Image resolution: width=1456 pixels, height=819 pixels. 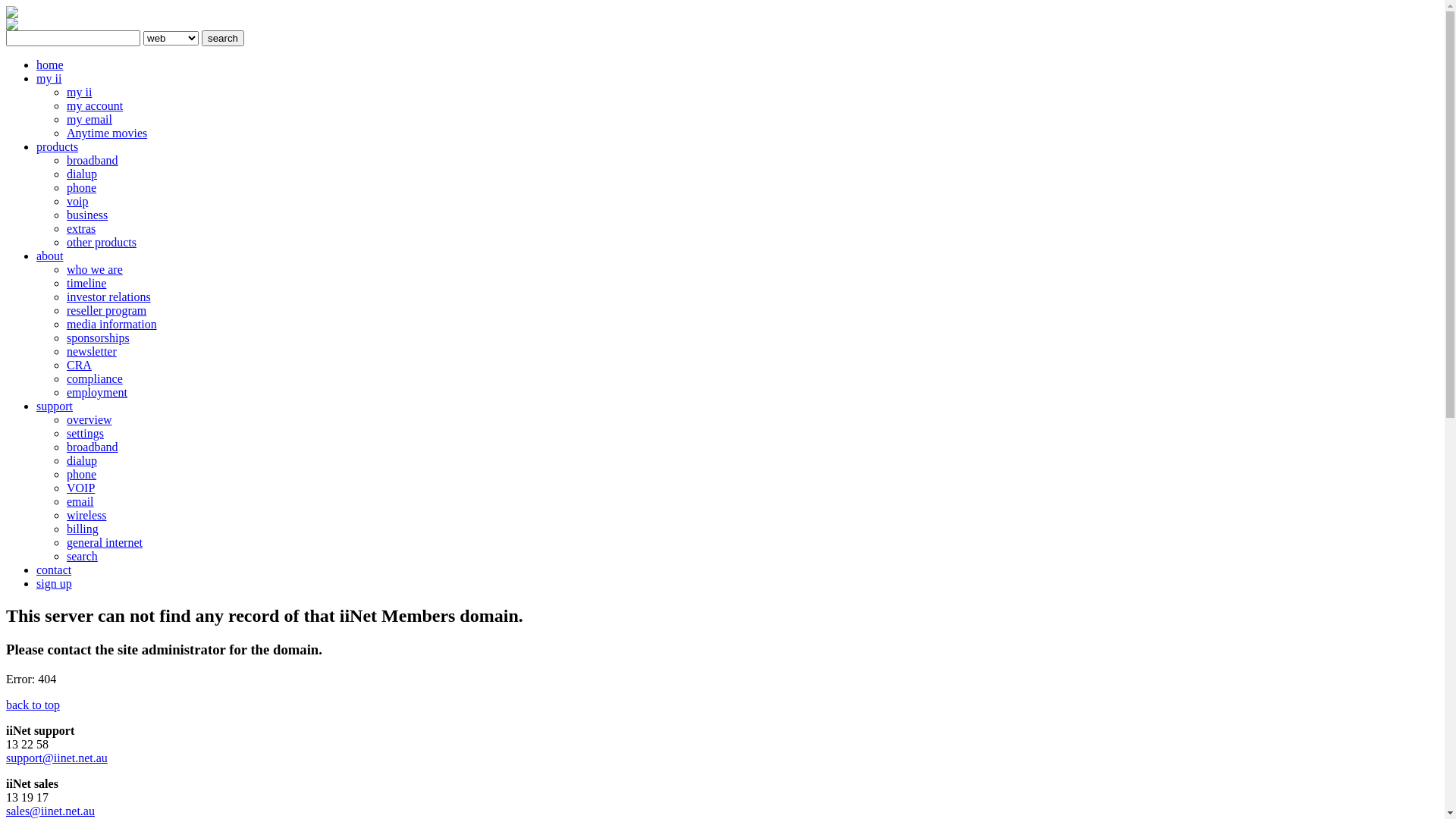 What do you see at coordinates (82, 528) in the screenshot?
I see `'billing'` at bounding box center [82, 528].